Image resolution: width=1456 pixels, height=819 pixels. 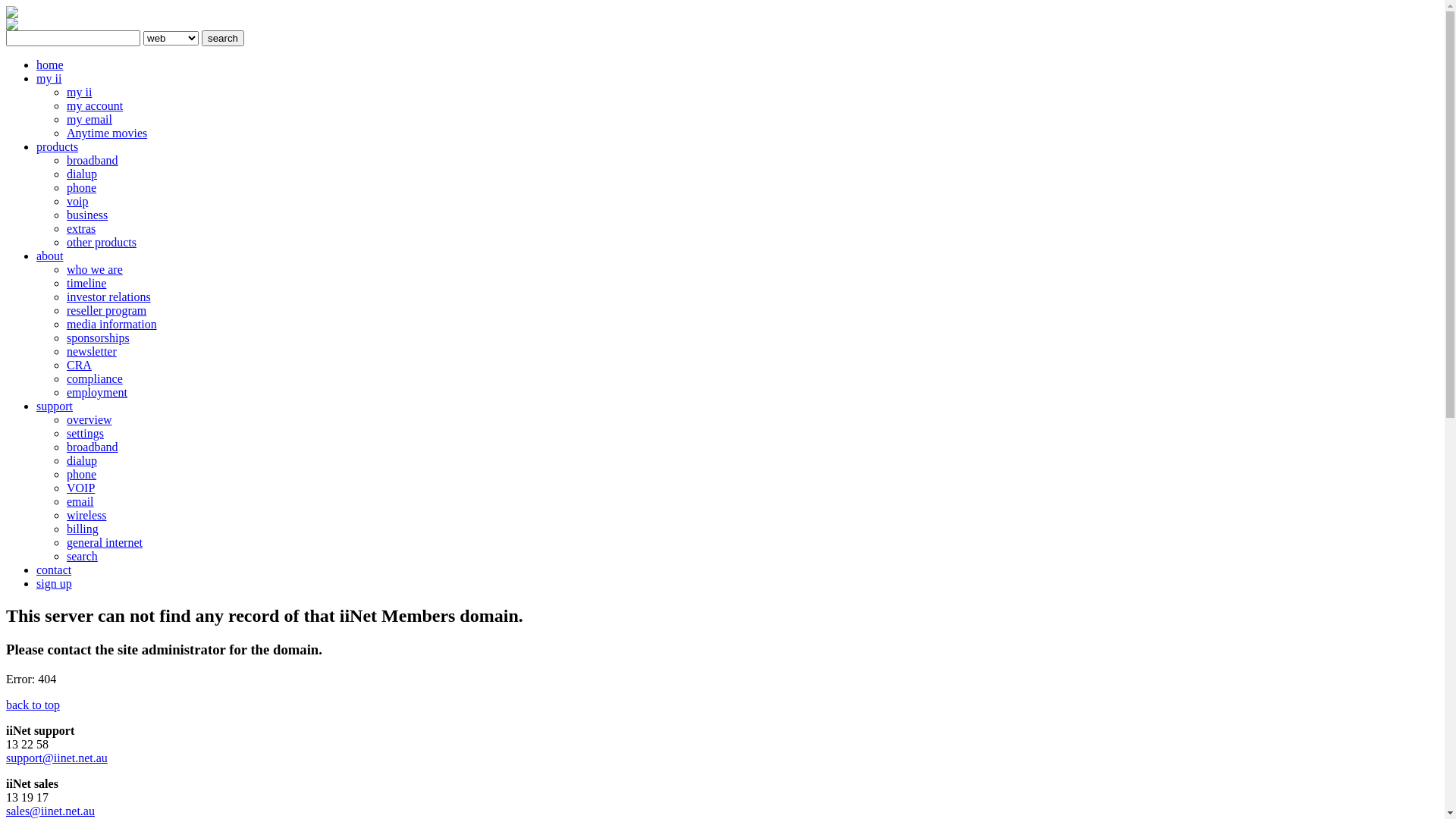 What do you see at coordinates (82, 528) in the screenshot?
I see `'billing'` at bounding box center [82, 528].